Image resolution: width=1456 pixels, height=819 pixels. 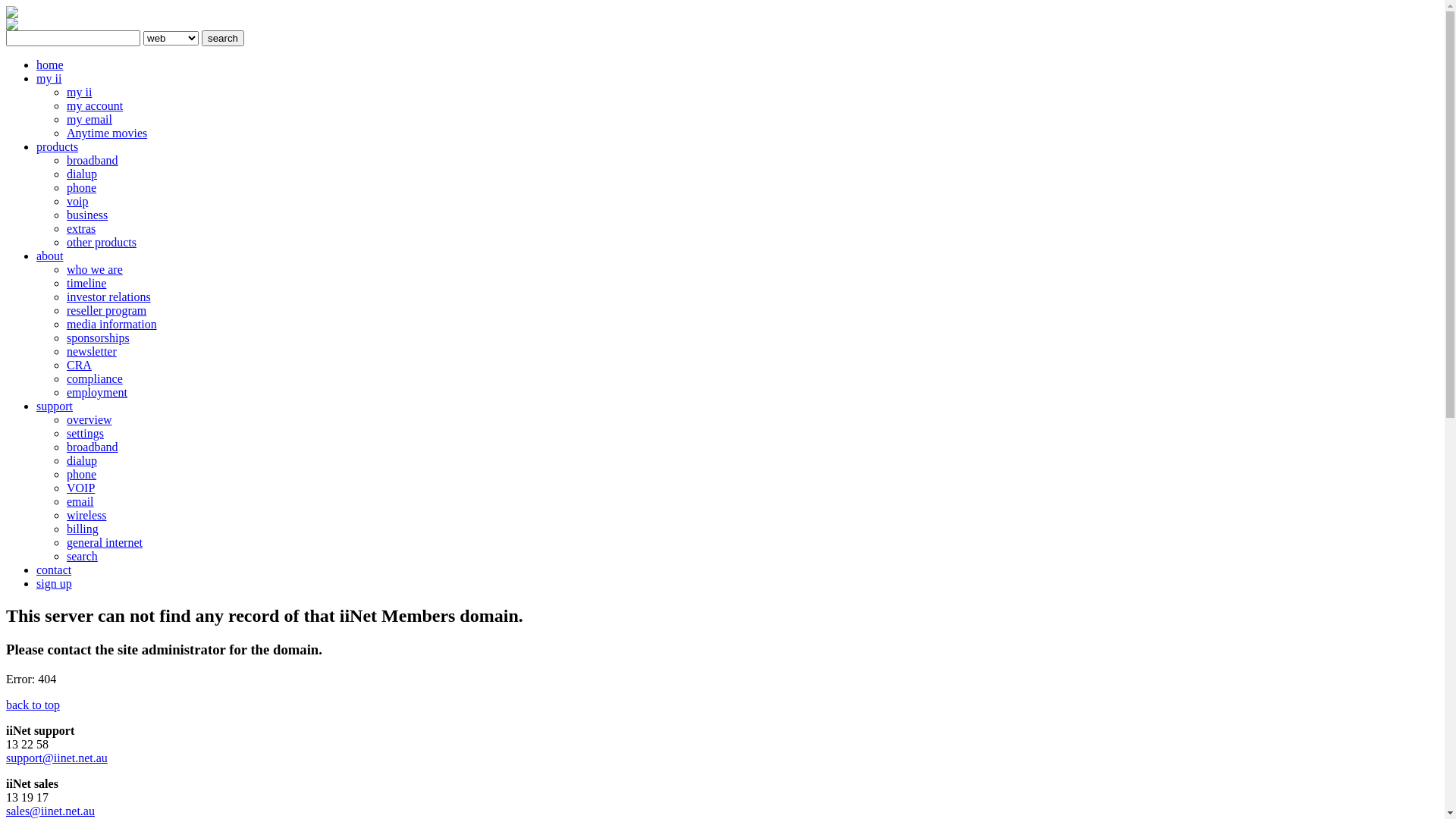 What do you see at coordinates (82, 528) in the screenshot?
I see `'billing'` at bounding box center [82, 528].